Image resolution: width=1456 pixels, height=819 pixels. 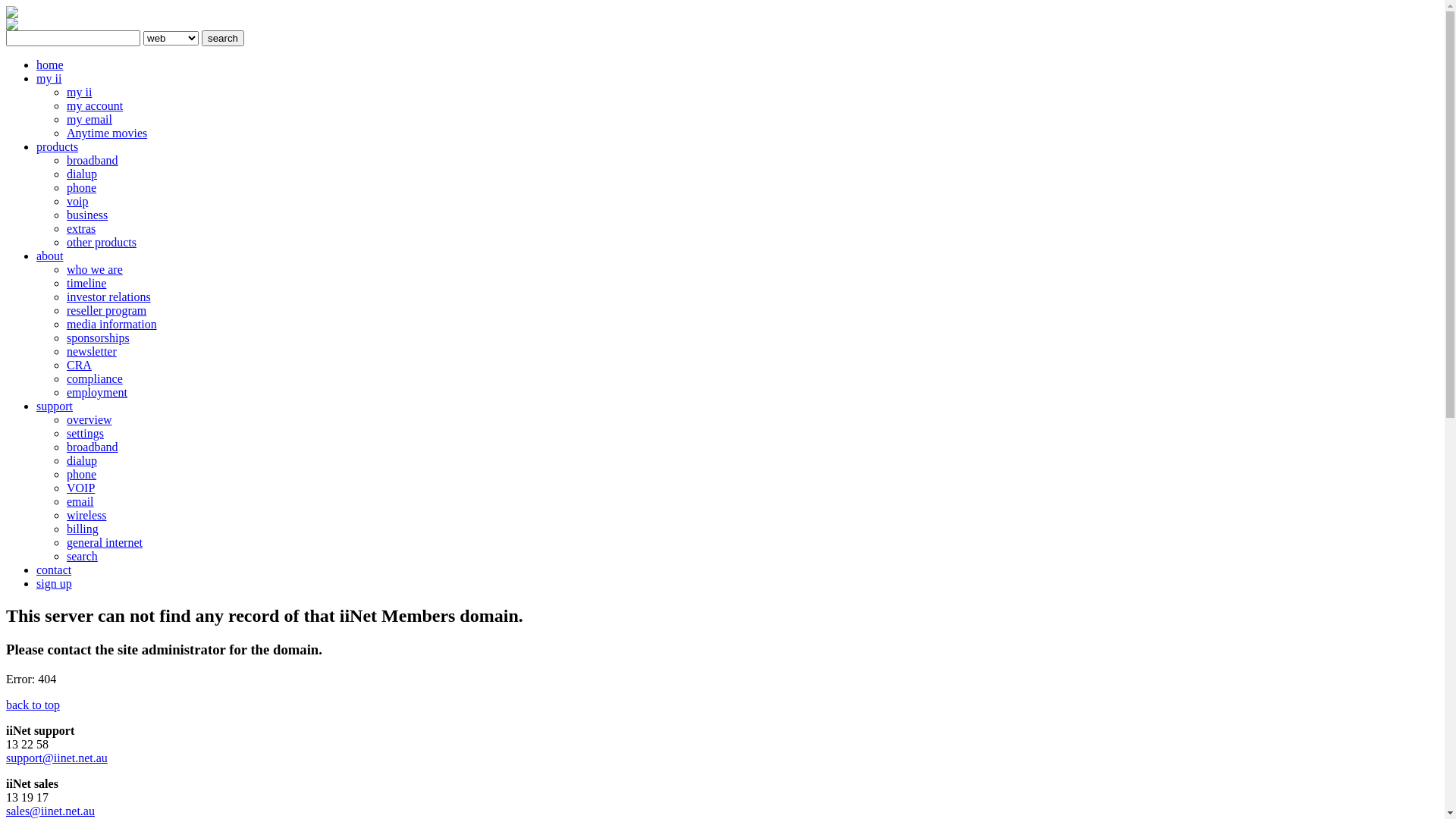 What do you see at coordinates (82, 528) in the screenshot?
I see `'billing'` at bounding box center [82, 528].